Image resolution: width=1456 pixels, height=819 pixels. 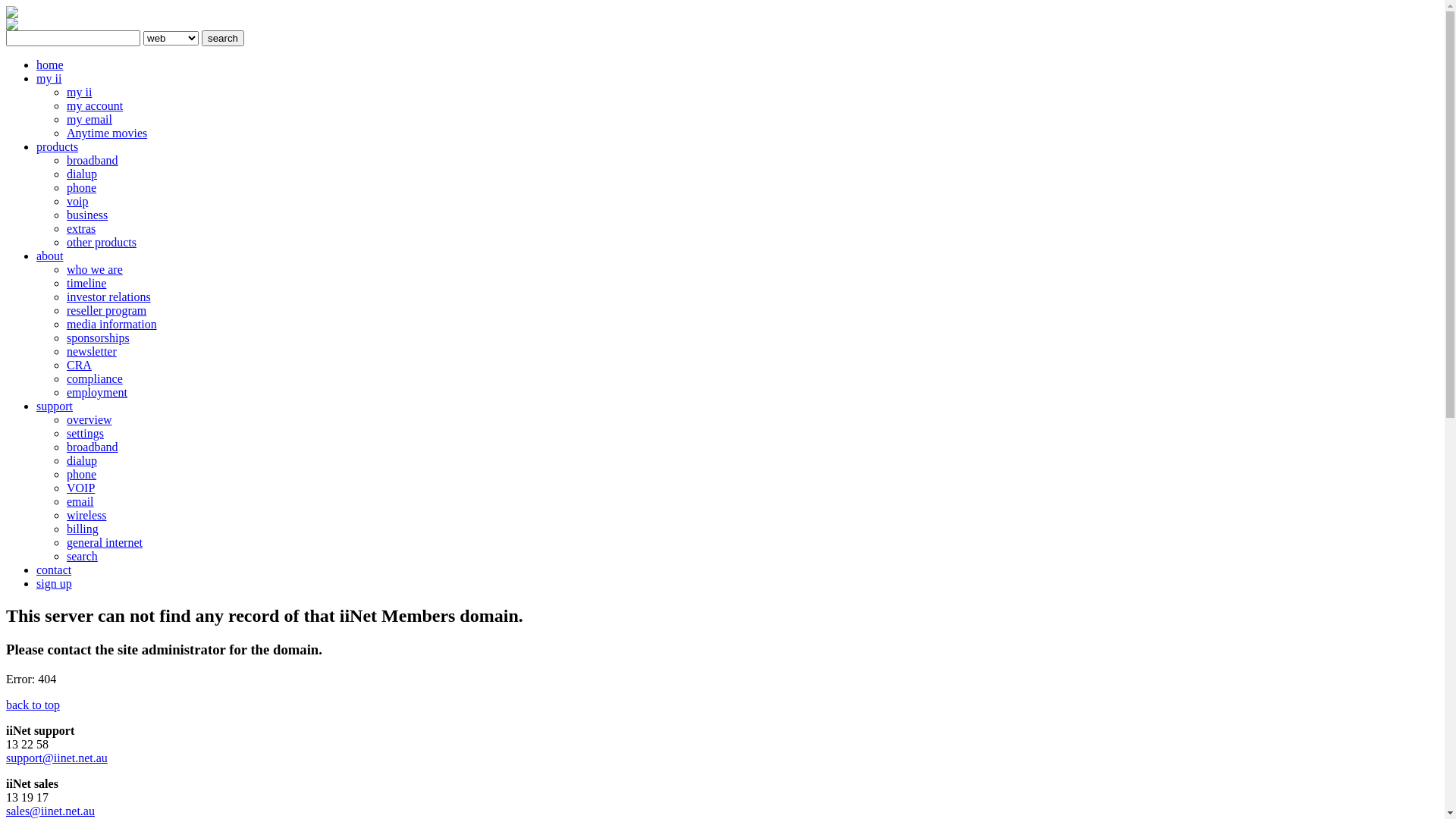 What do you see at coordinates (82, 528) in the screenshot?
I see `'billing'` at bounding box center [82, 528].